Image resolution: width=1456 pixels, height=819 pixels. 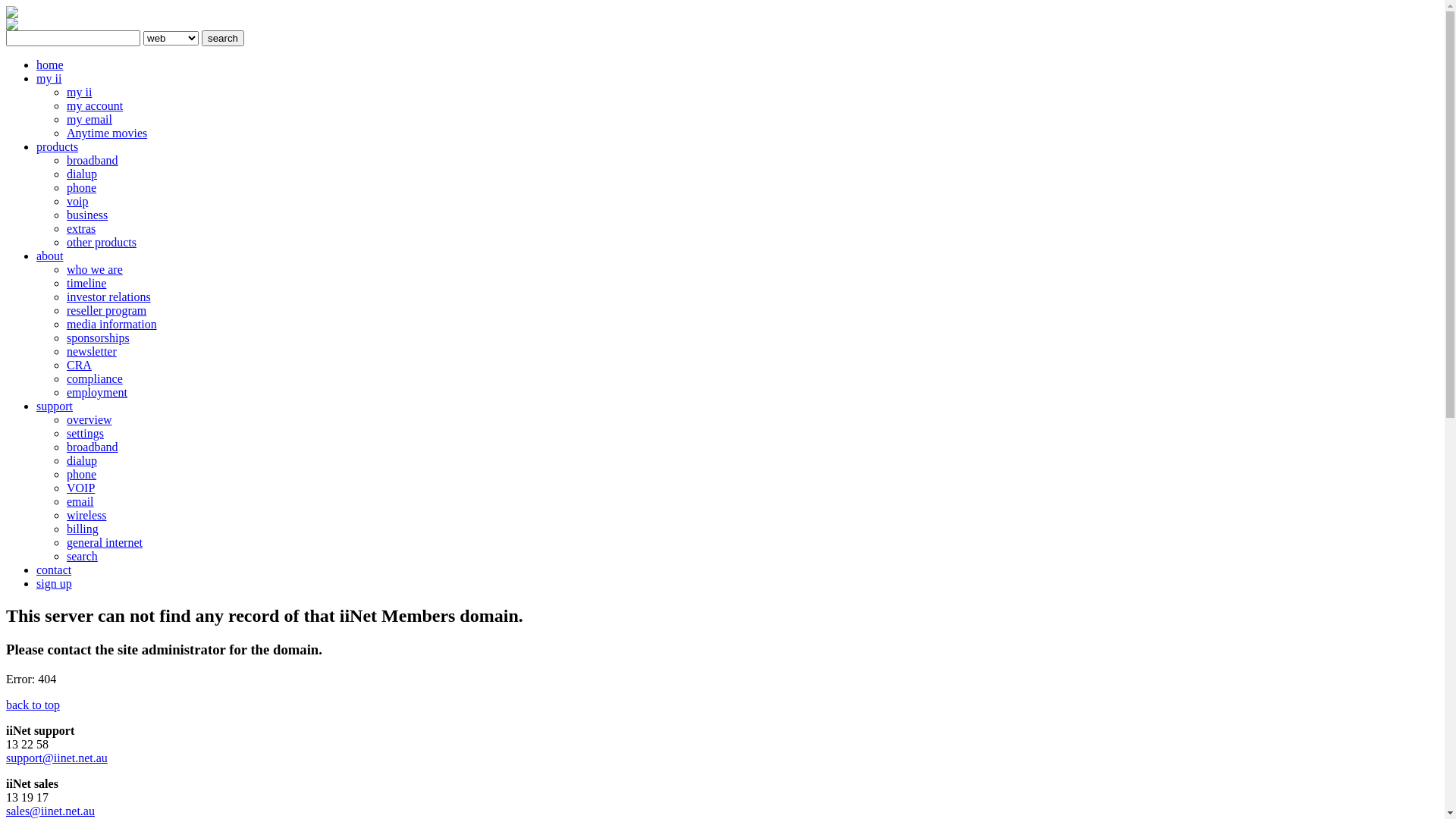 What do you see at coordinates (82, 528) in the screenshot?
I see `'billing'` at bounding box center [82, 528].